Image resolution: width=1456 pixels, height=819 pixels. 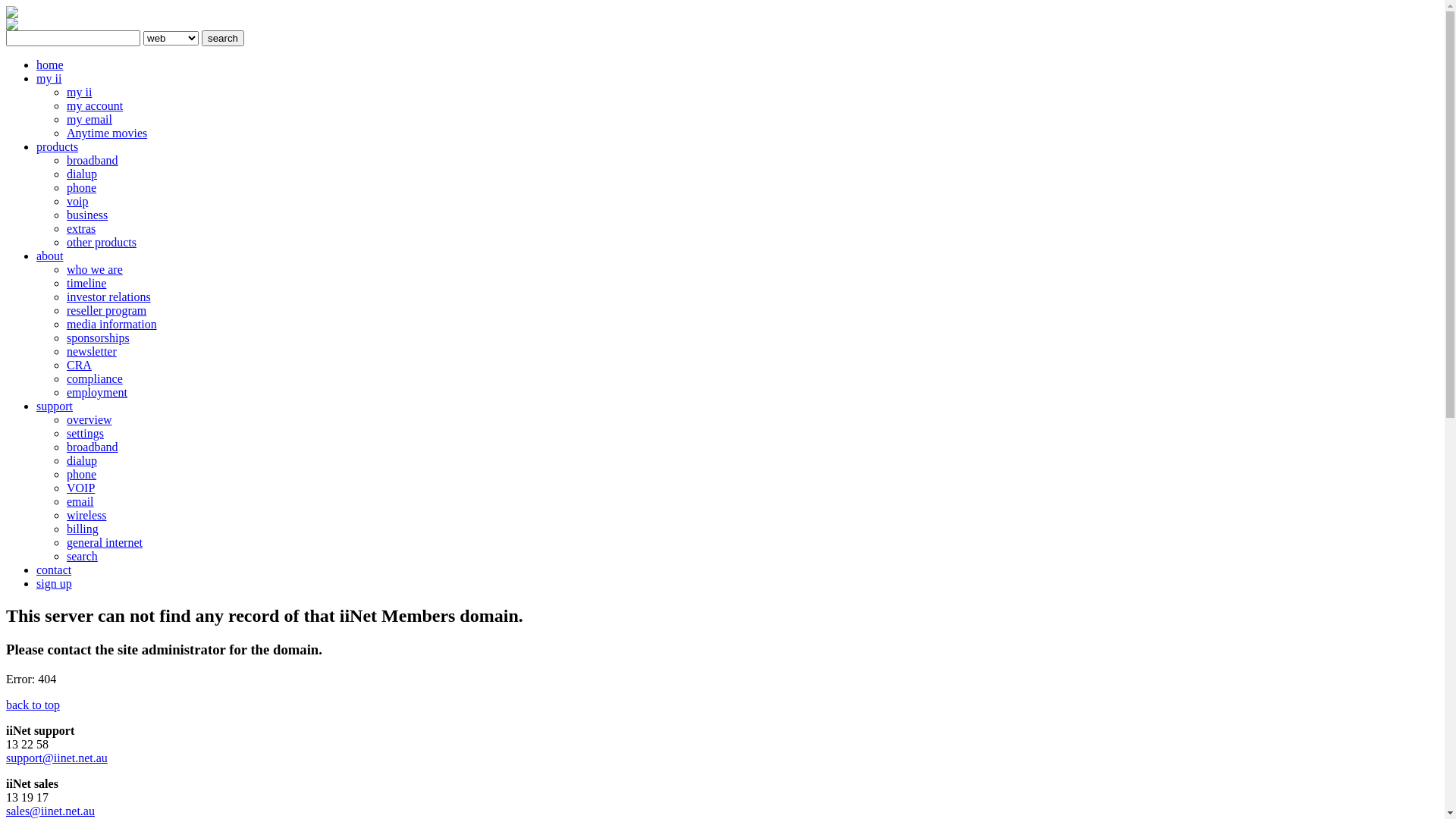 What do you see at coordinates (82, 528) in the screenshot?
I see `'billing'` at bounding box center [82, 528].